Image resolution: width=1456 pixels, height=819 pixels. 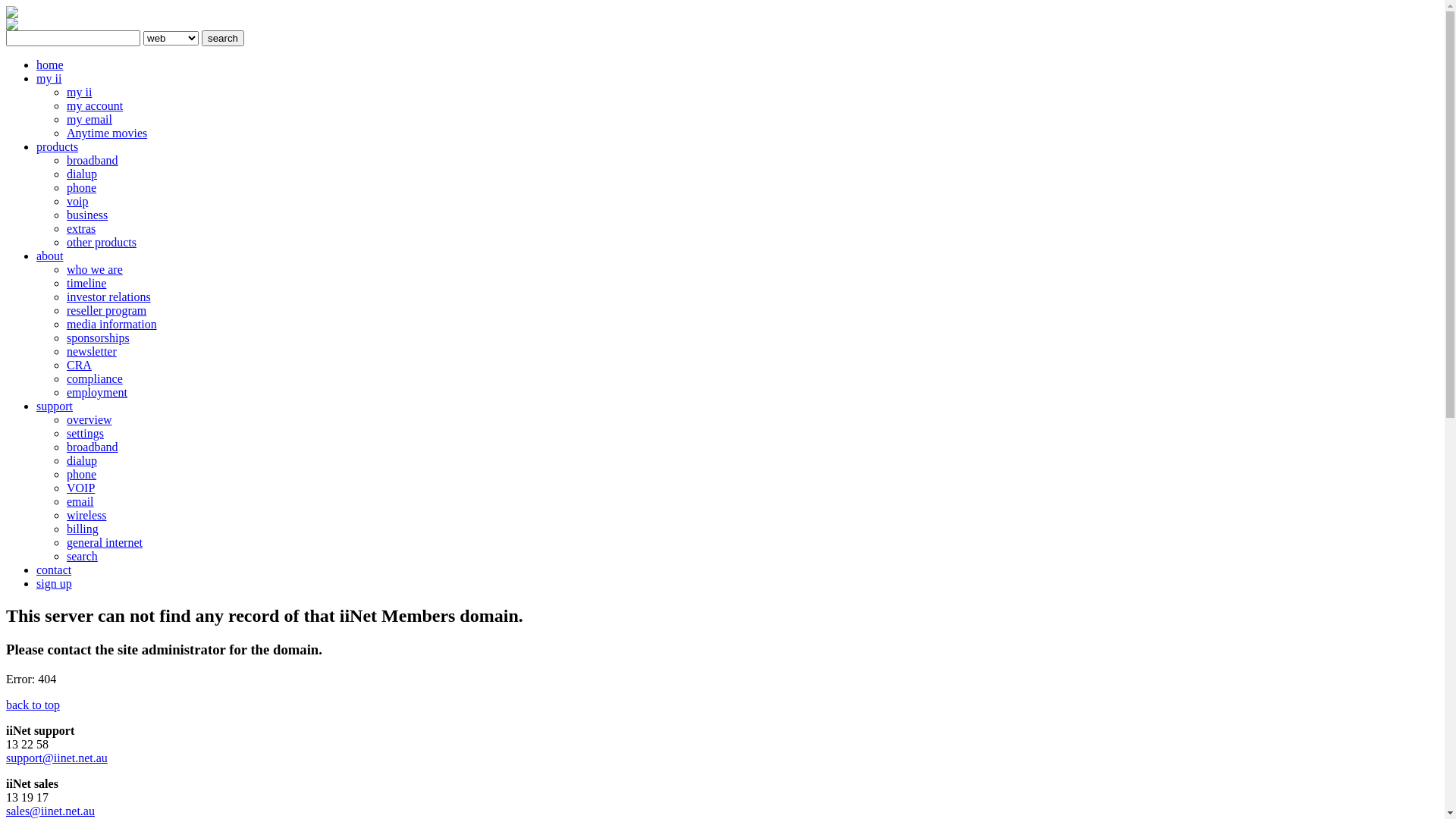 What do you see at coordinates (82, 528) in the screenshot?
I see `'billing'` at bounding box center [82, 528].